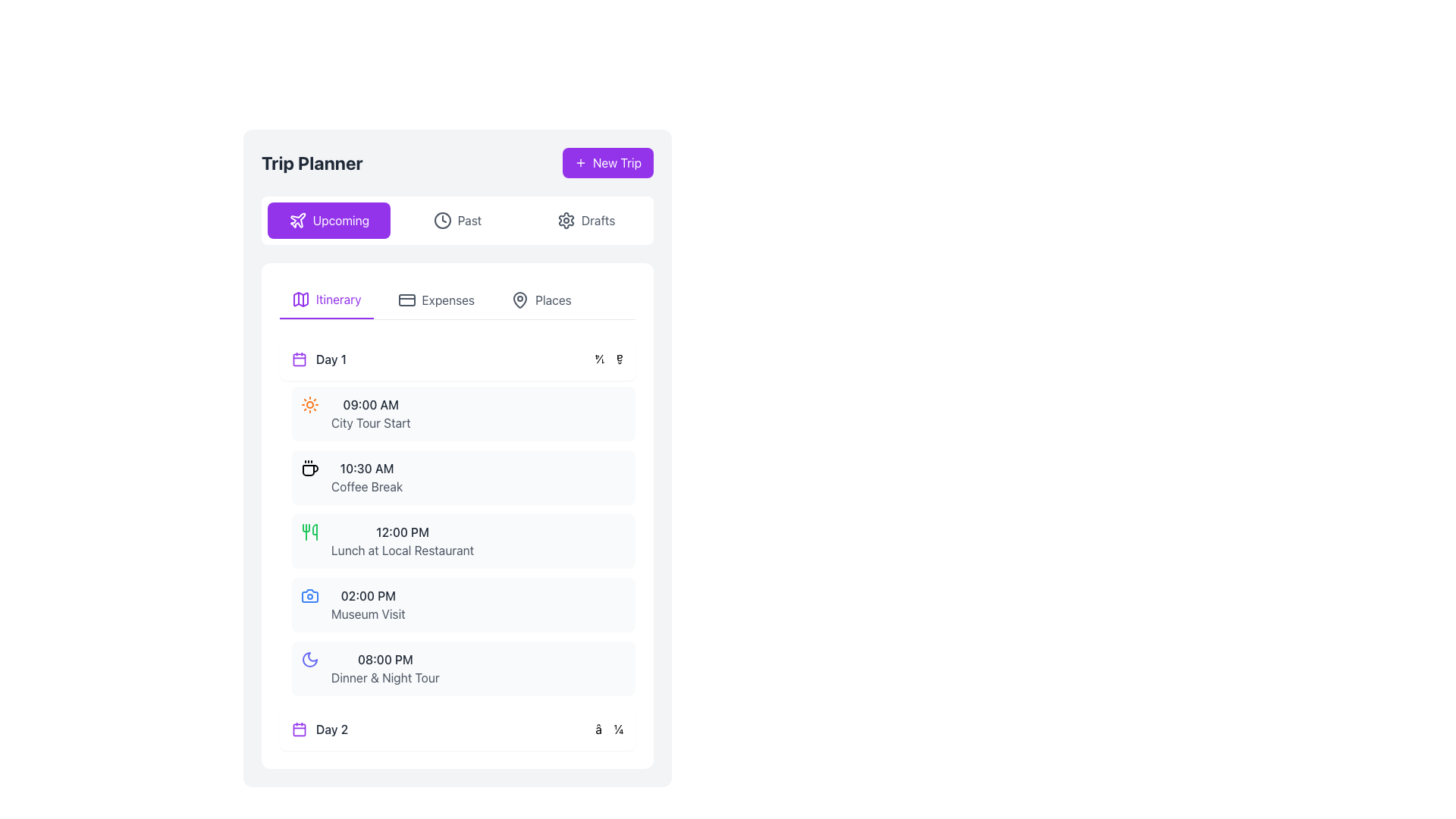 Image resolution: width=1456 pixels, height=819 pixels. What do you see at coordinates (328, 220) in the screenshot?
I see `the 'Upcoming' button in the navigation bar` at bounding box center [328, 220].